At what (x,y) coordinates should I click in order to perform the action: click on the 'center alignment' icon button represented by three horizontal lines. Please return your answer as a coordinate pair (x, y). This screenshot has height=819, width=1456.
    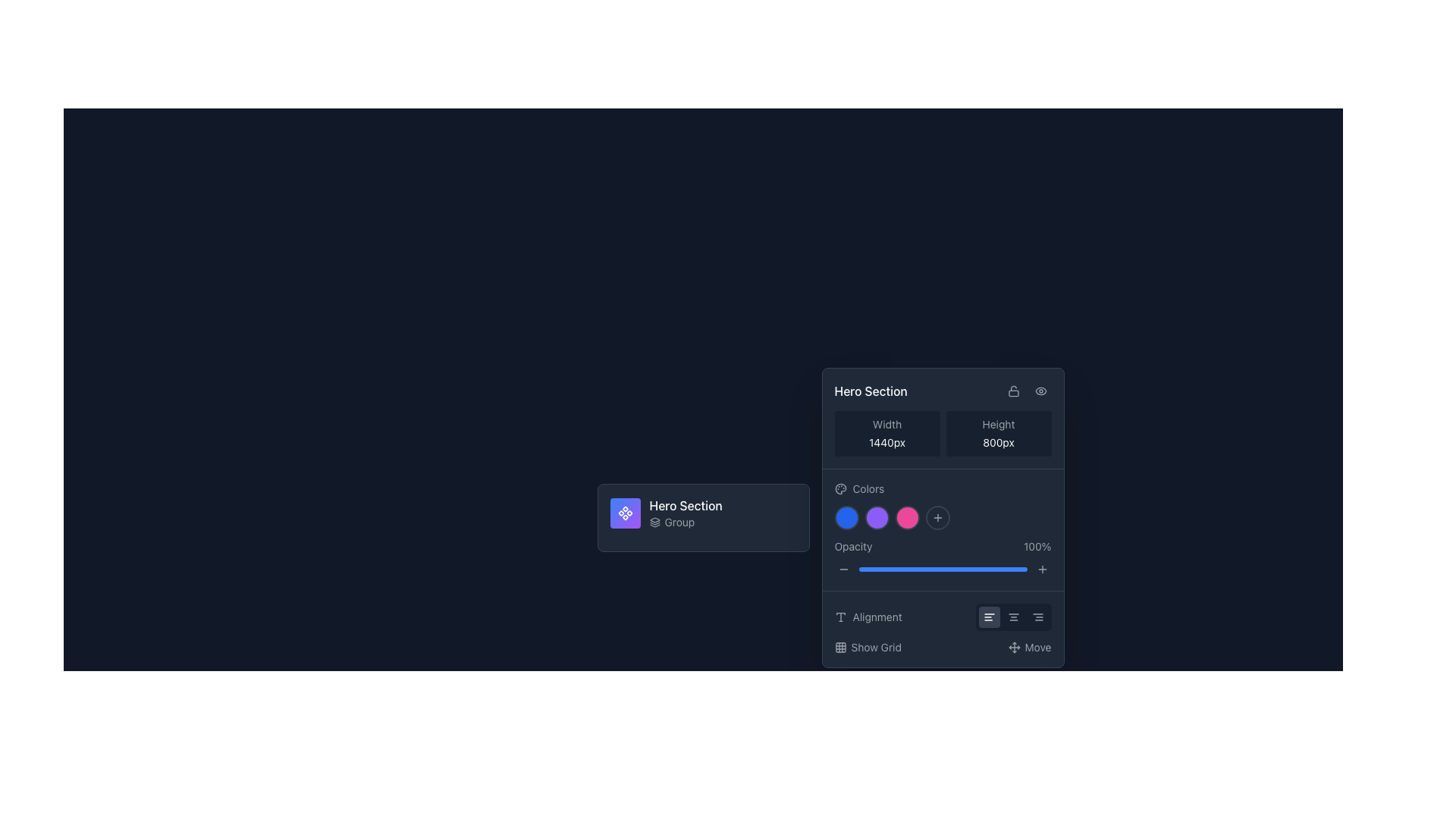
    Looking at the image, I should click on (1013, 617).